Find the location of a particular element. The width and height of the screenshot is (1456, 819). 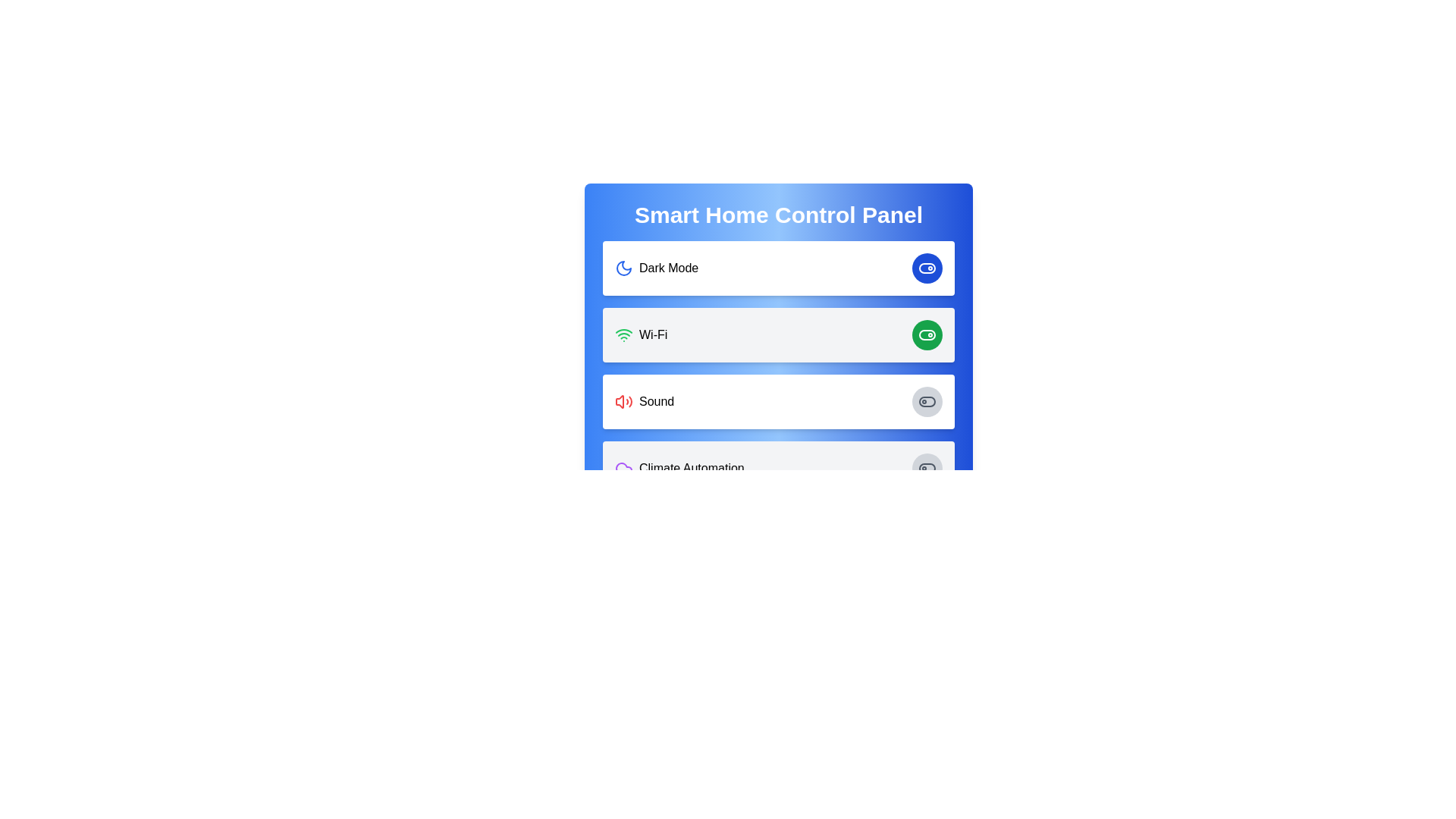

the blue oval background shape of the 'Dark Mode' toggle control in the smart home control panel interface is located at coordinates (927, 268).